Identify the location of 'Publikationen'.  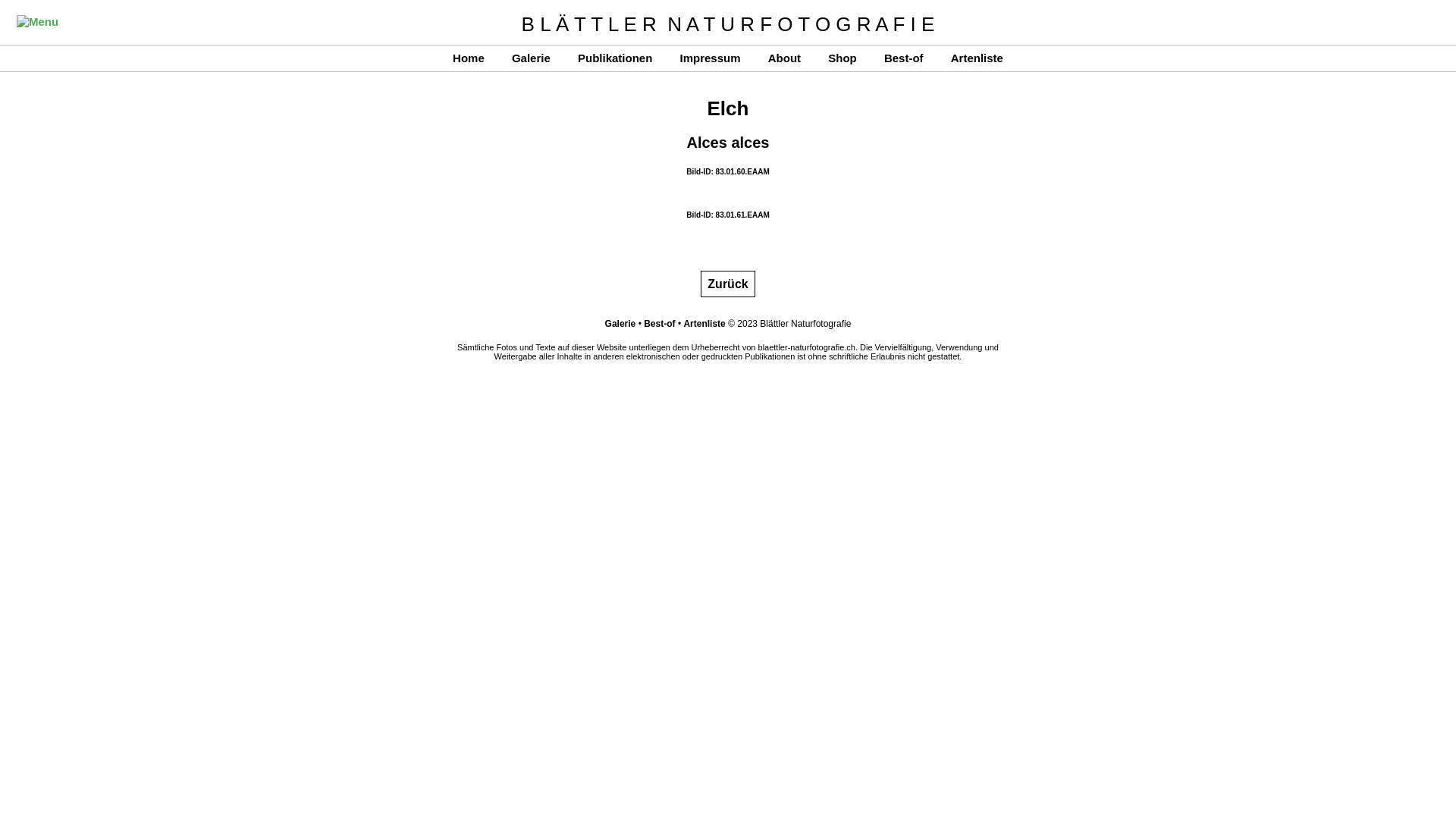
(615, 57).